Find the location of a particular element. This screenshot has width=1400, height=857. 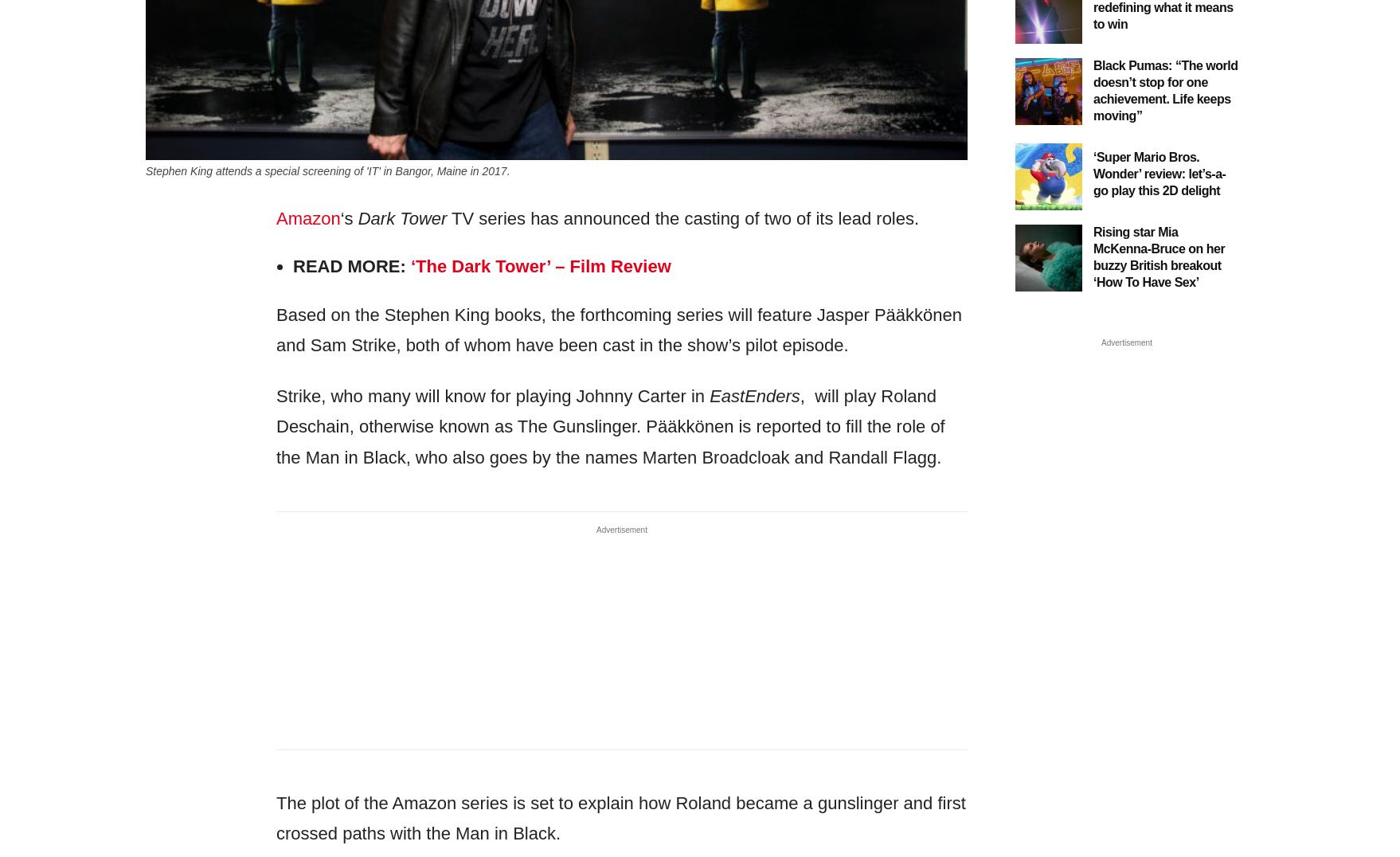

'EastEnders' is located at coordinates (709, 396).